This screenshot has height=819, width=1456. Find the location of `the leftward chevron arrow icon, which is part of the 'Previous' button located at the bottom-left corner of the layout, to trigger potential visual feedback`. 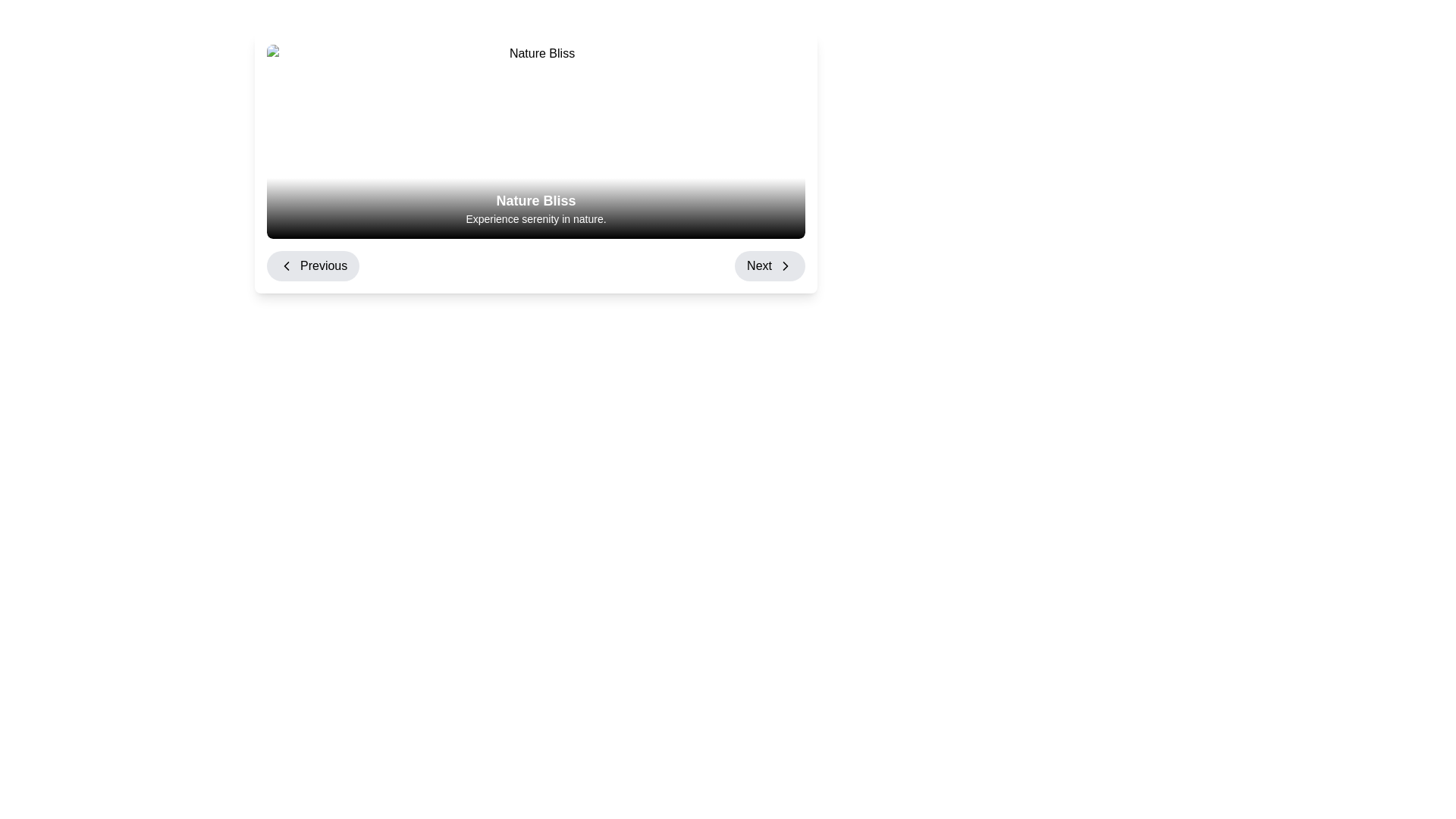

the leftward chevron arrow icon, which is part of the 'Previous' button located at the bottom-left corner of the layout, to trigger potential visual feedback is located at coordinates (287, 265).